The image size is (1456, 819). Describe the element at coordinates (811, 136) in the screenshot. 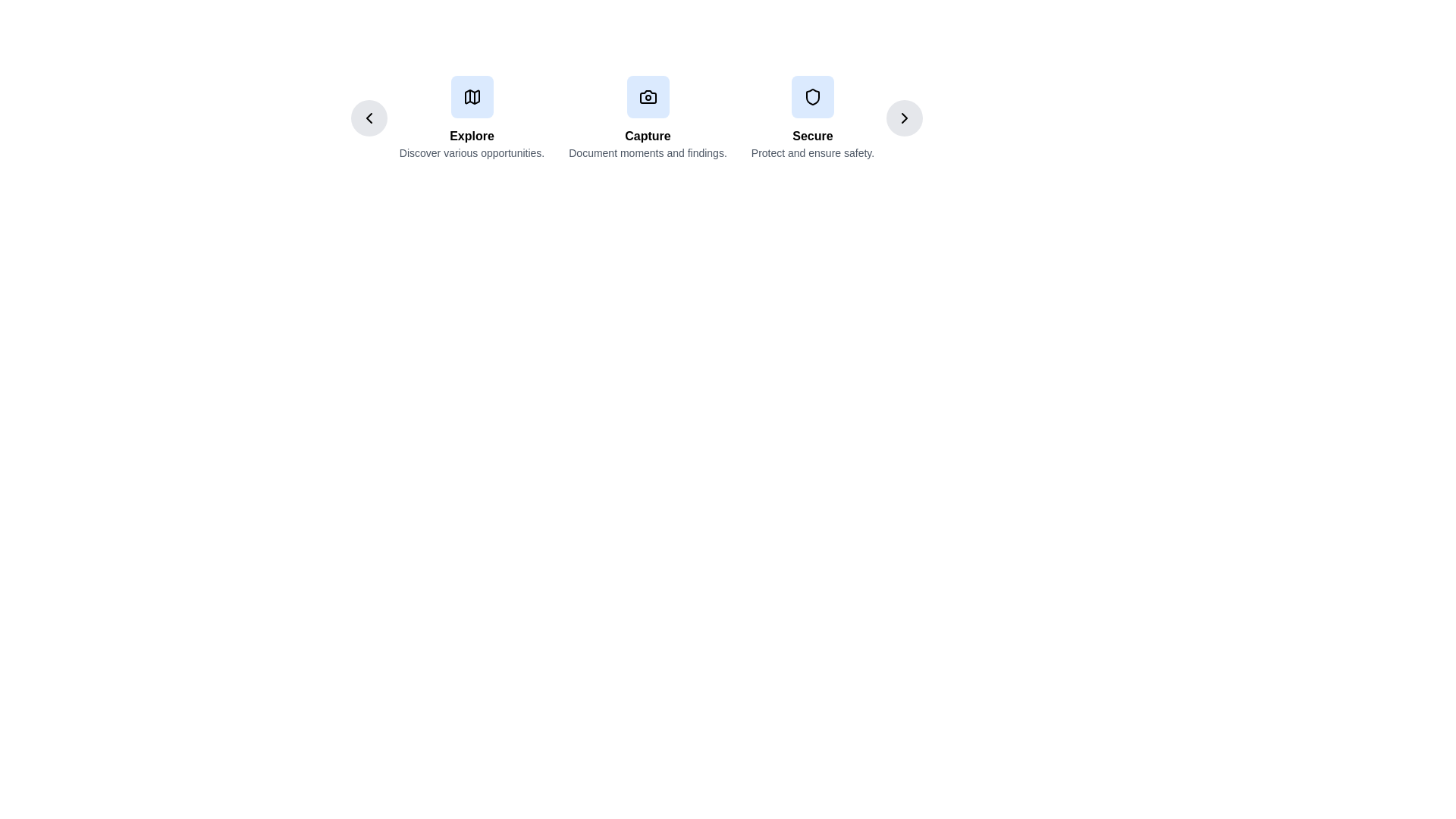

I see `text label emphasizing security located below the shield icon and above the descriptive text 'Protect and ensure safety.'` at that location.